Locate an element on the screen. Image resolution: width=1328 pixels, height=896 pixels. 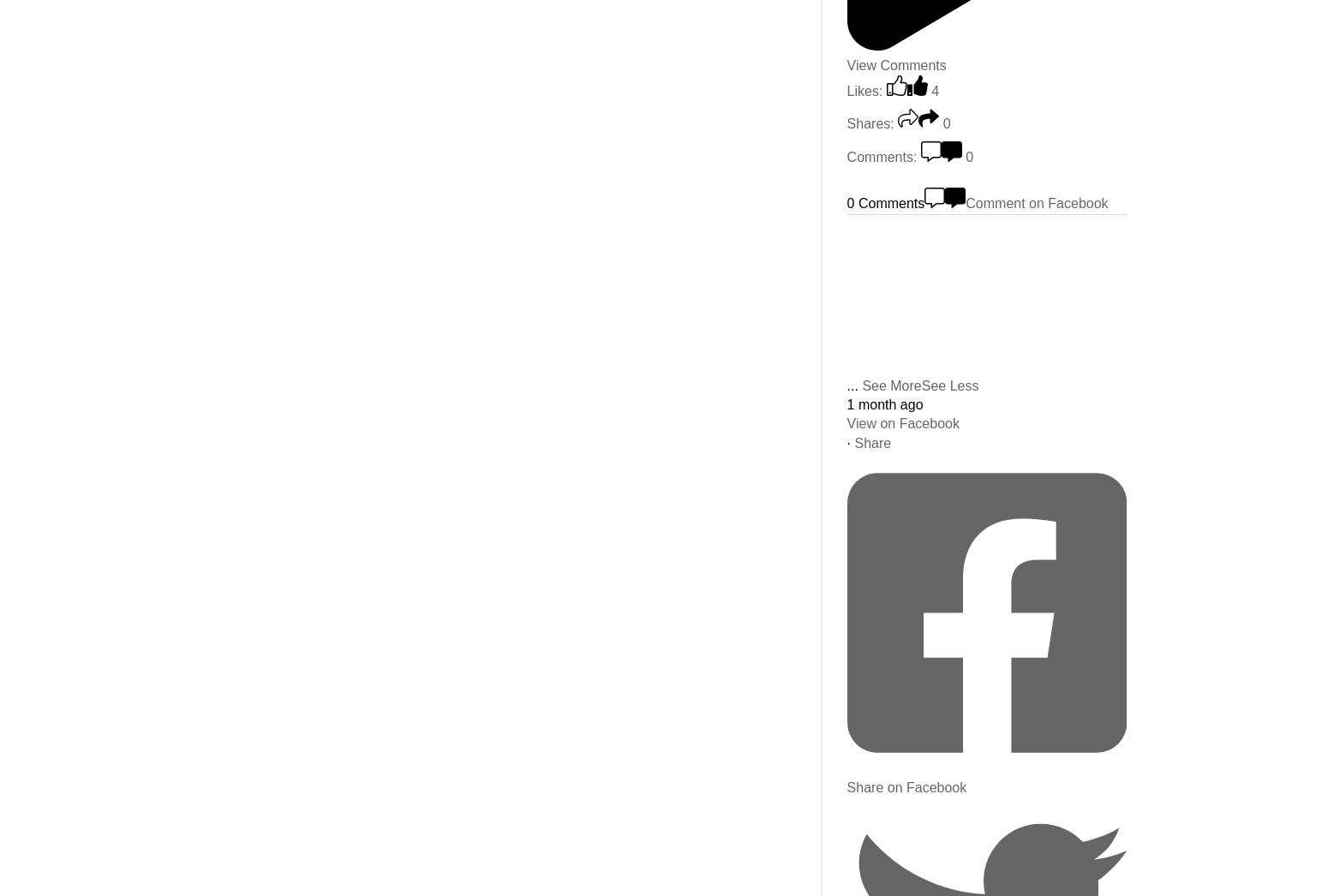
'Shares:' is located at coordinates (870, 122).